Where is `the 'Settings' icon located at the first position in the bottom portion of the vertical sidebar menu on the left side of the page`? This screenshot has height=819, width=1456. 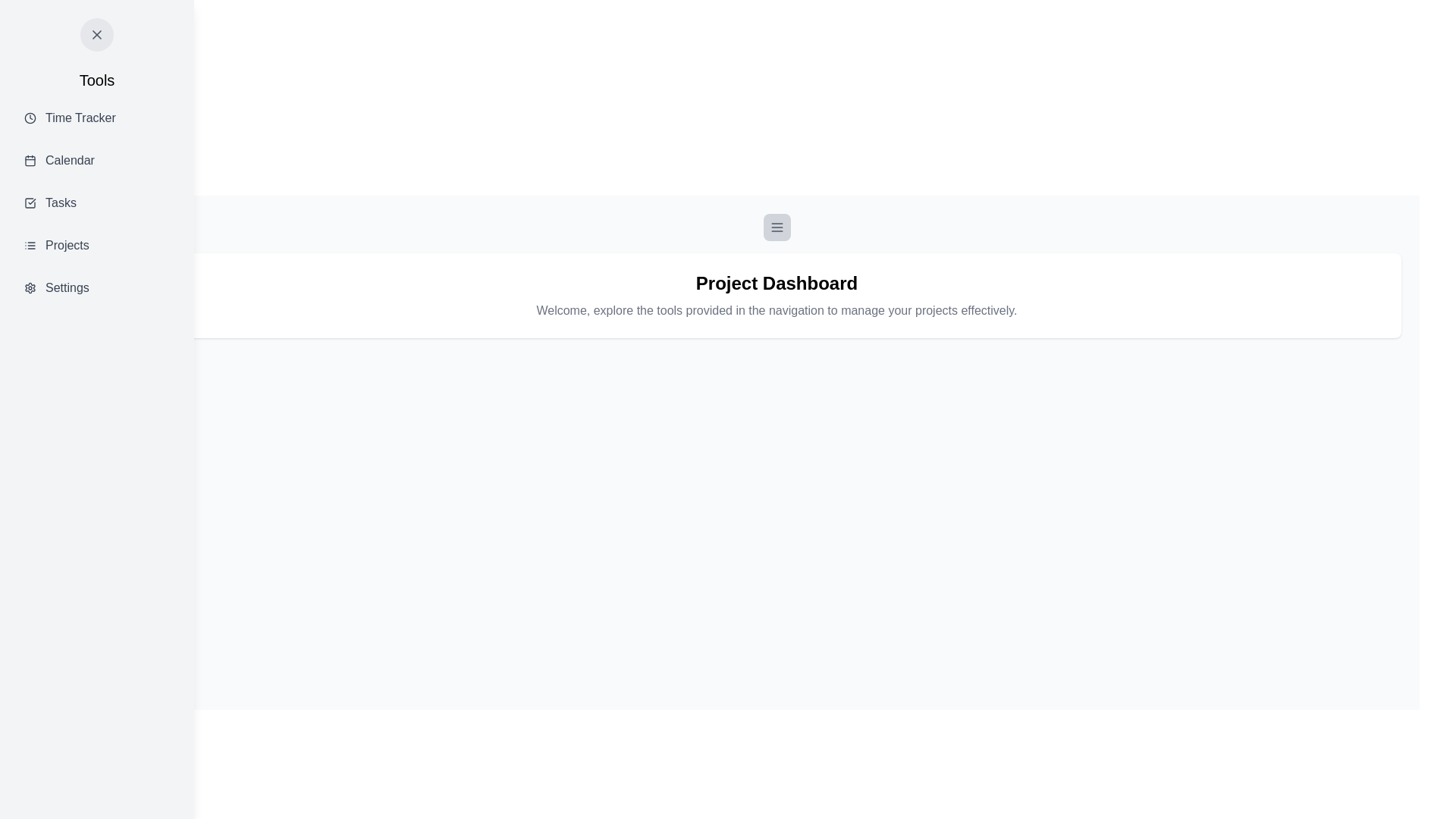
the 'Settings' icon located at the first position in the bottom portion of the vertical sidebar menu on the left side of the page is located at coordinates (30, 288).